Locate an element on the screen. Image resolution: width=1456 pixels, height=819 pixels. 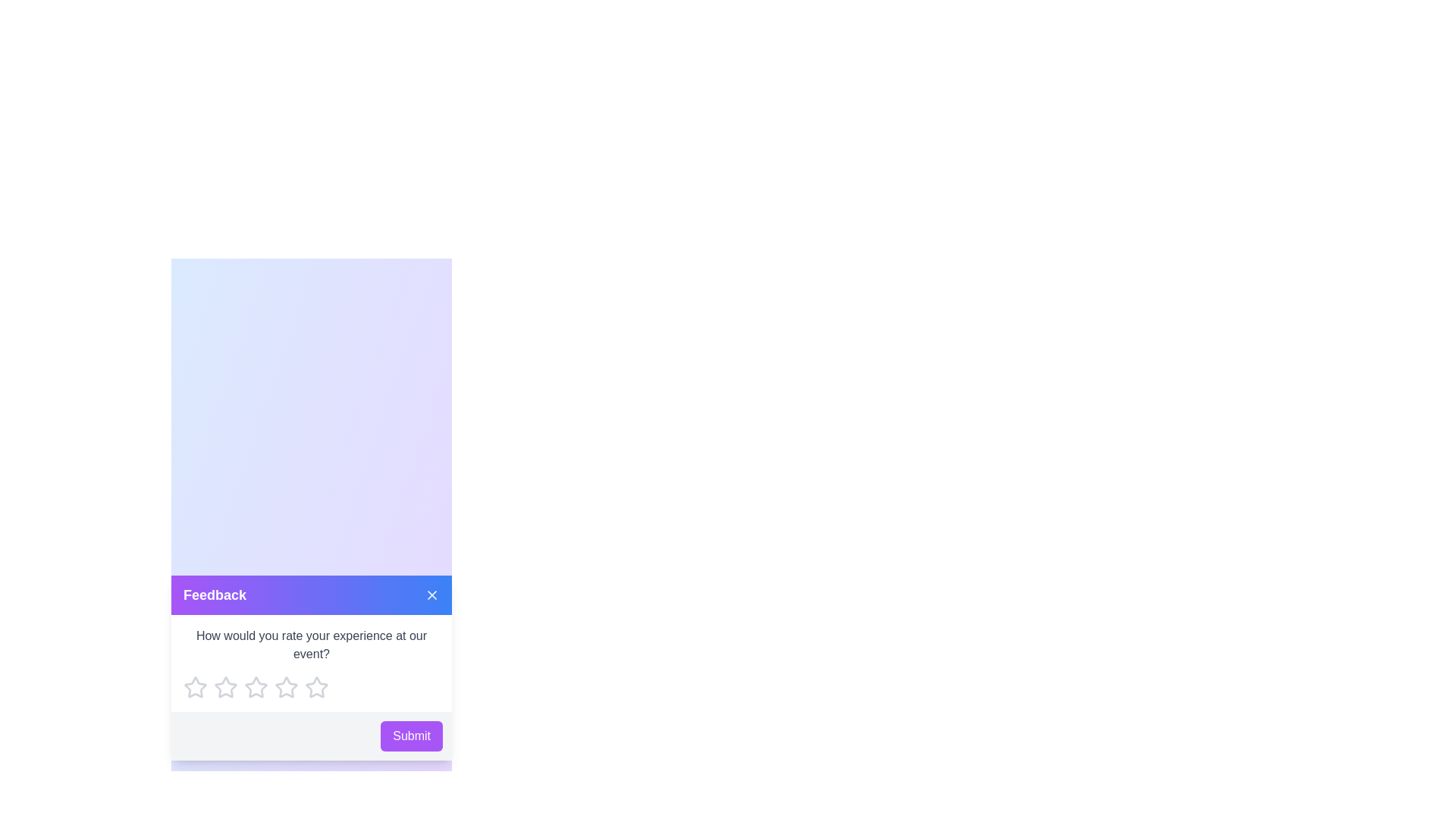
the fourth star icon in the feedback form is located at coordinates (315, 687).